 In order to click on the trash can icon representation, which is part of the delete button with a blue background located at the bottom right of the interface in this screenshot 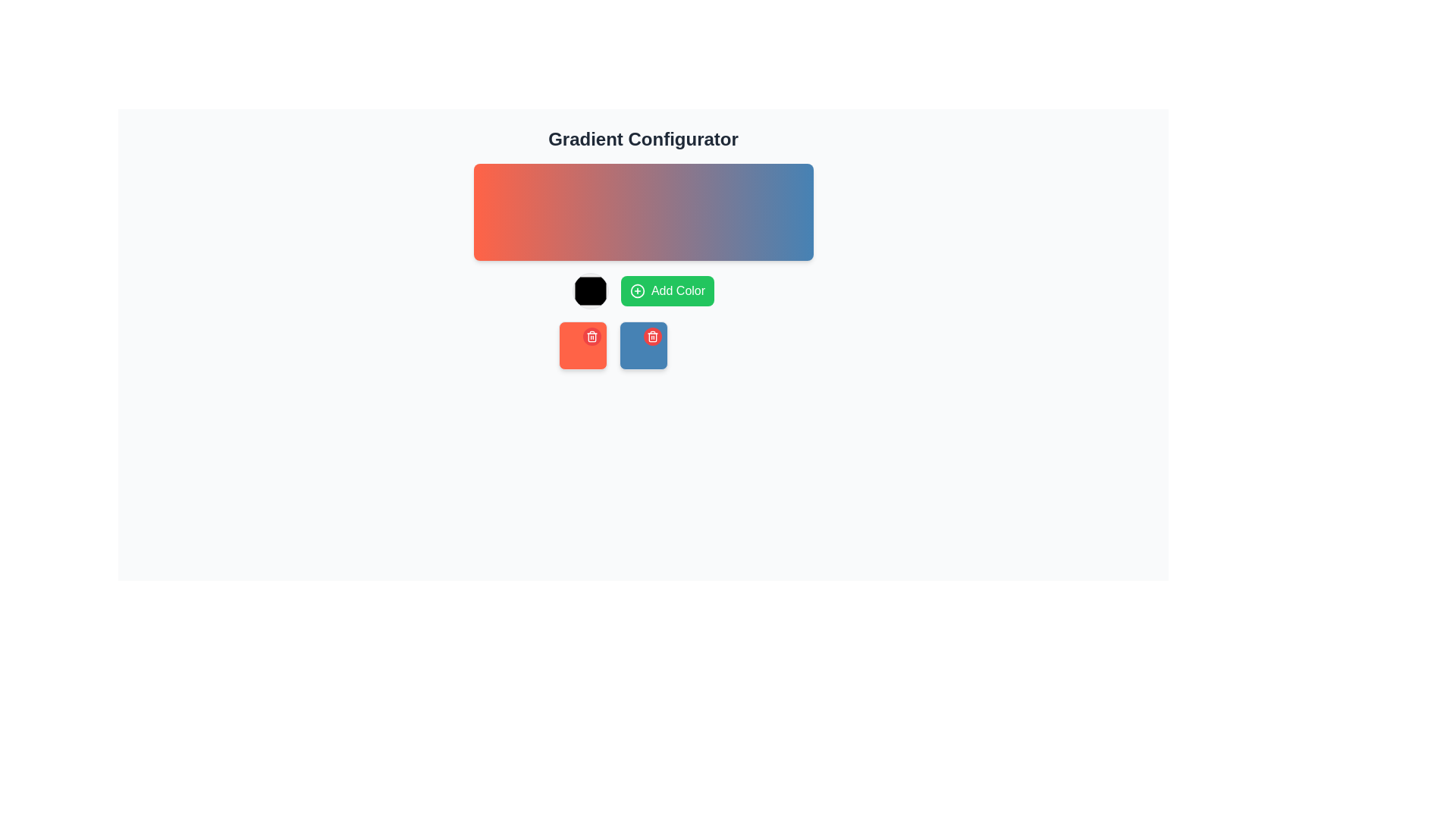, I will do `click(652, 337)`.